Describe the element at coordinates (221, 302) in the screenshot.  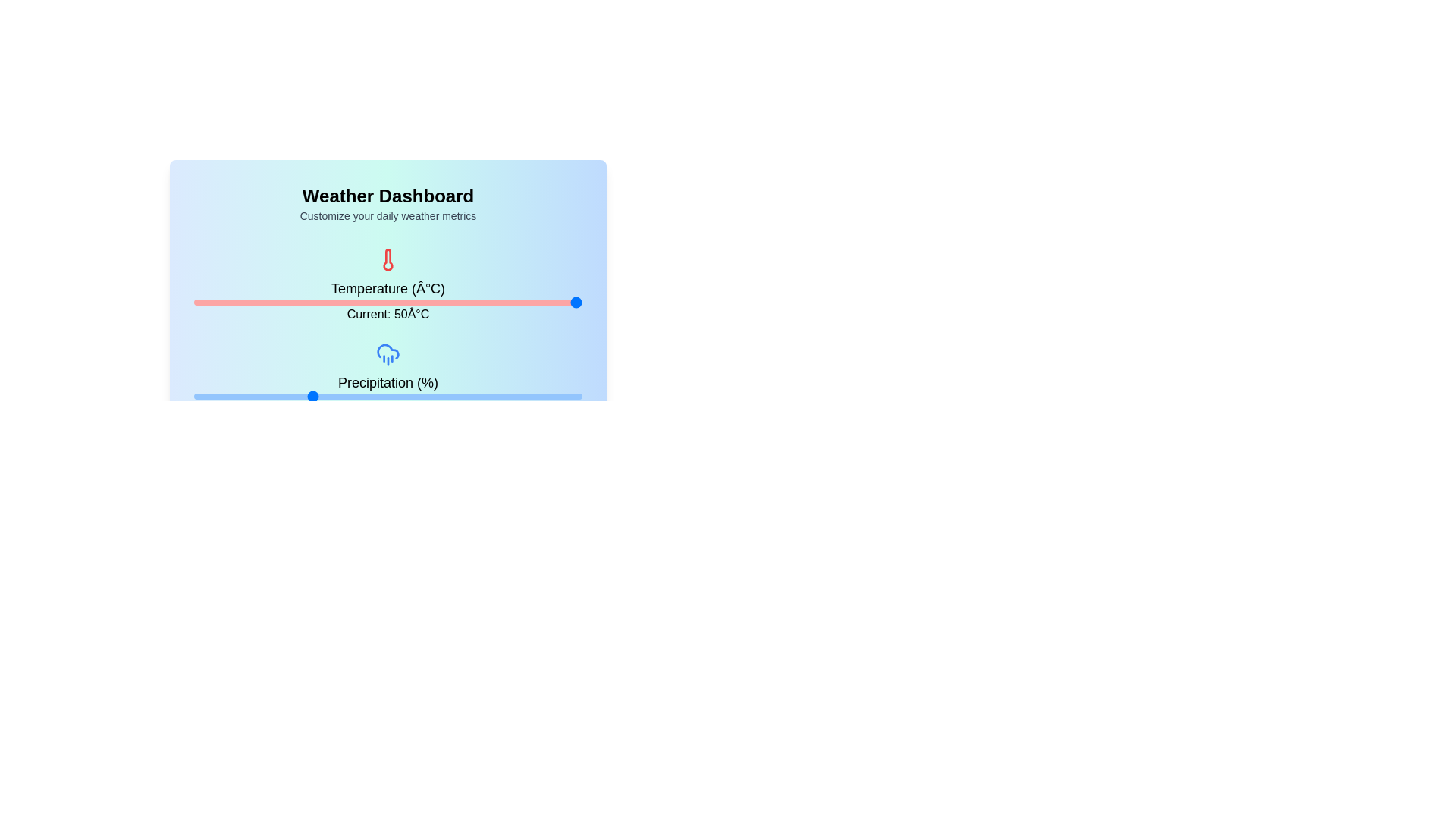
I see `temperature` at that location.